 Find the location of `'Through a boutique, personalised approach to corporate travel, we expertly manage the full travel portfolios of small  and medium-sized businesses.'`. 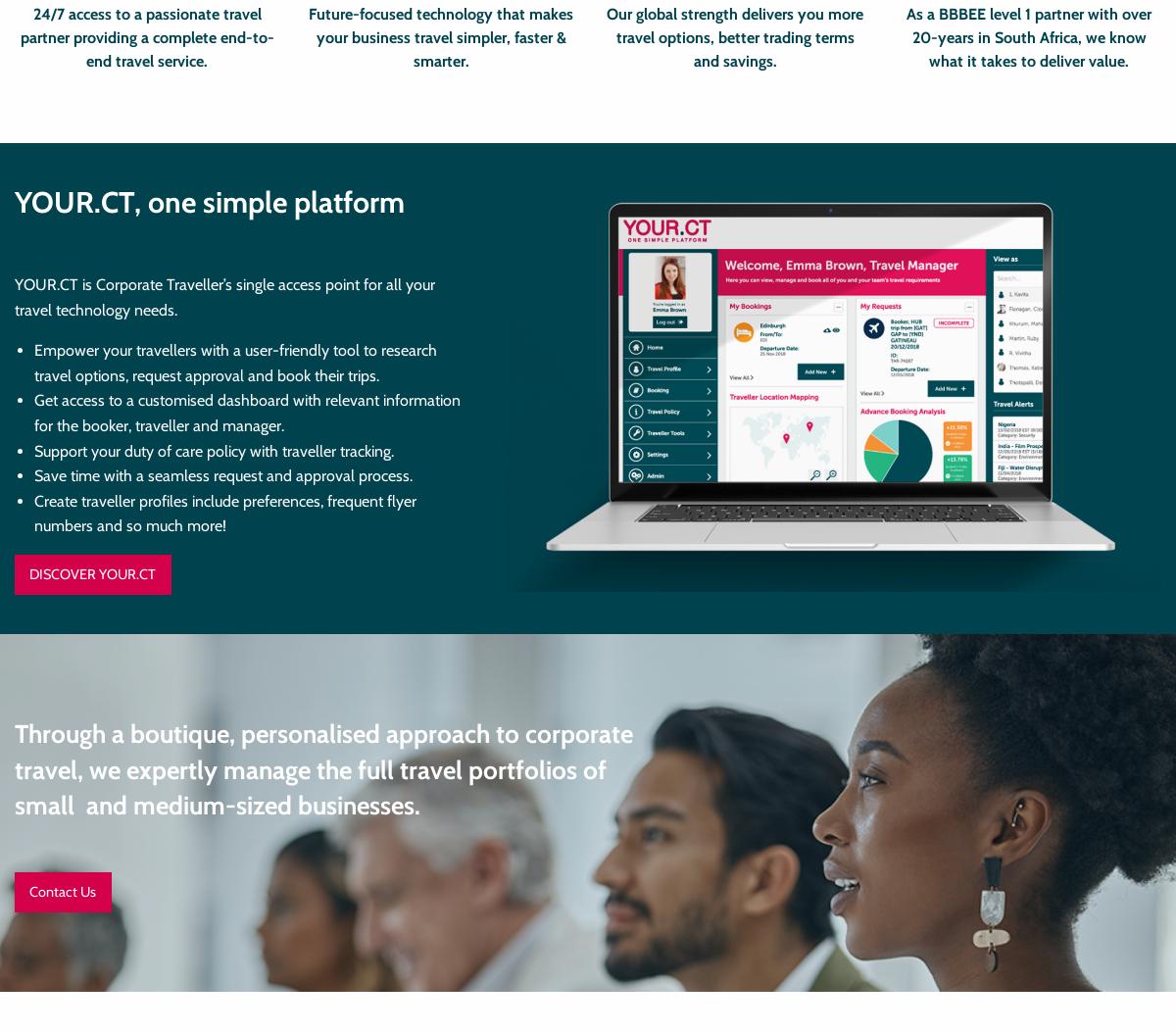

'Through a boutique, personalised approach to corporate travel, we expertly manage the full travel portfolios of small  and medium-sized businesses.' is located at coordinates (323, 769).